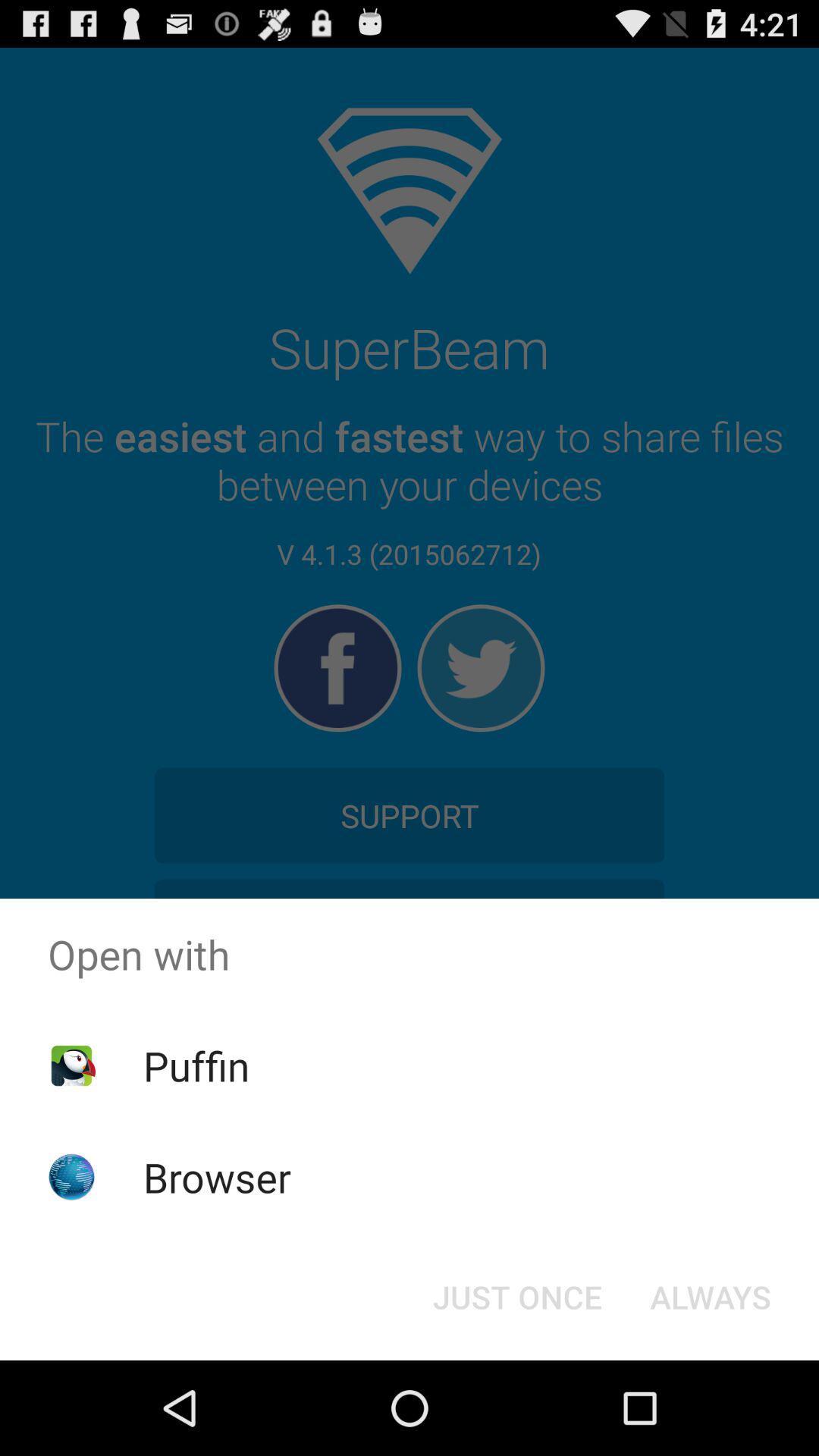 This screenshot has height=1456, width=819. Describe the element at coordinates (711, 1295) in the screenshot. I see `the always` at that location.